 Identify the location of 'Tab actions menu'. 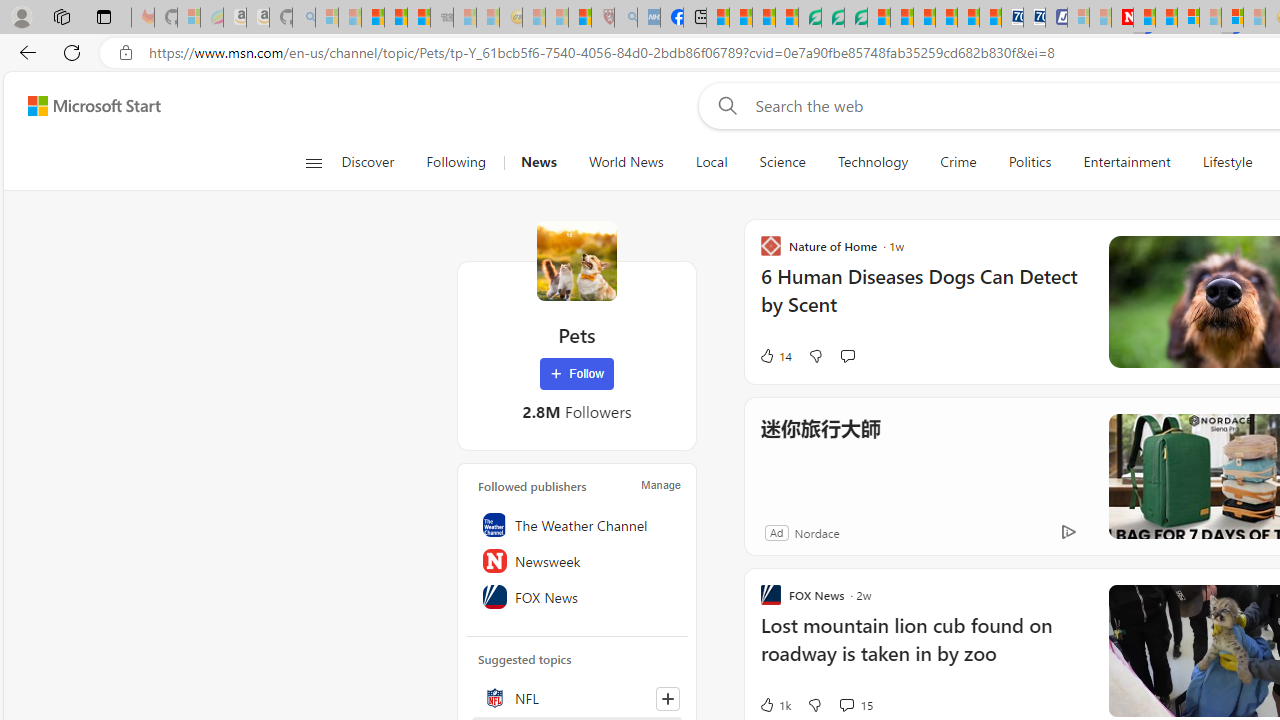
(103, 16).